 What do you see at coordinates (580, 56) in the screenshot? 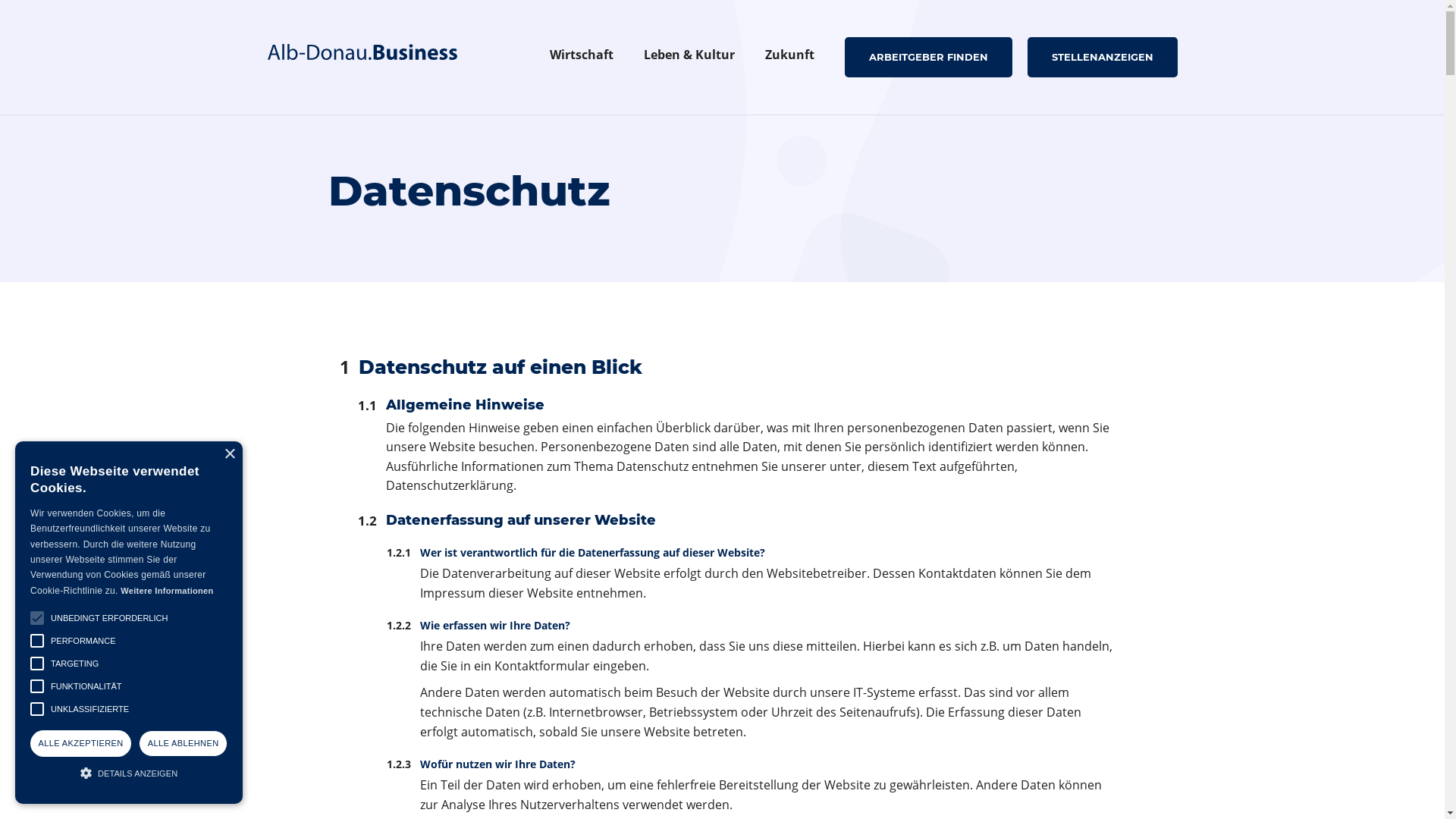
I see `'Wirtschaft'` at bounding box center [580, 56].